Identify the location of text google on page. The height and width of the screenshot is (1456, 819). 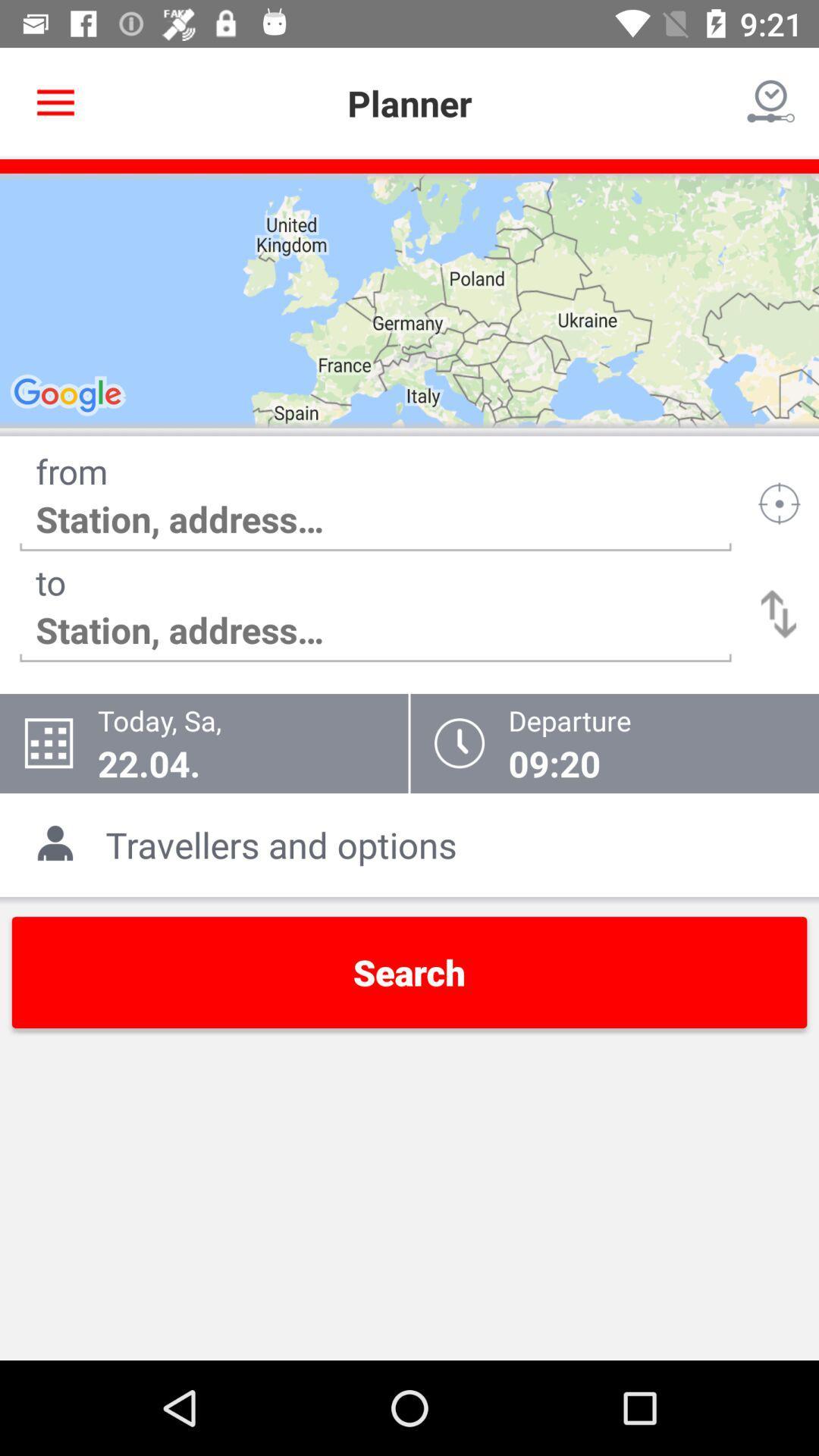
(70, 396).